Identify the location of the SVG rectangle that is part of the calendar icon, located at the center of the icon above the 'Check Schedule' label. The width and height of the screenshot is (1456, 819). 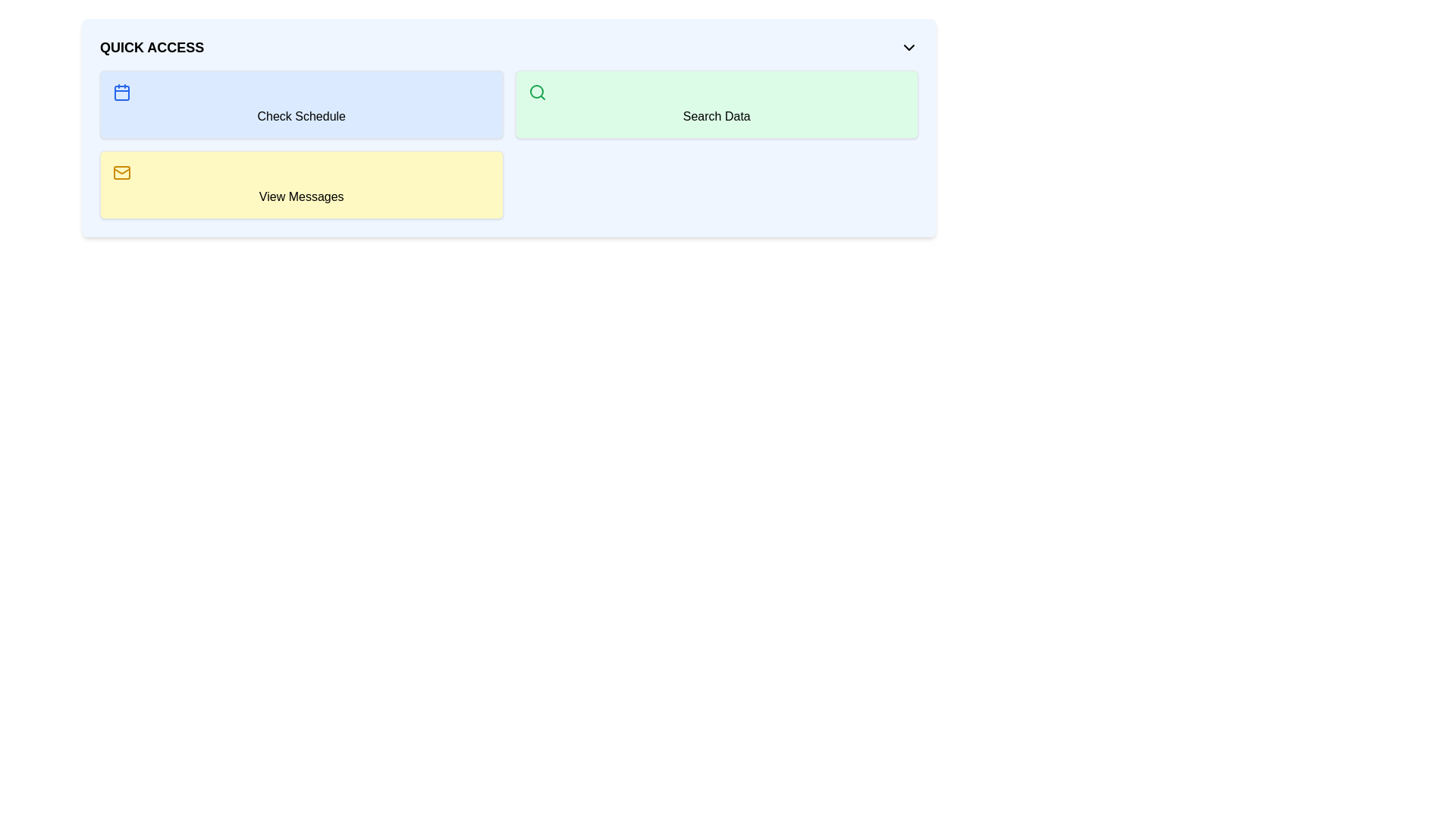
(122, 93).